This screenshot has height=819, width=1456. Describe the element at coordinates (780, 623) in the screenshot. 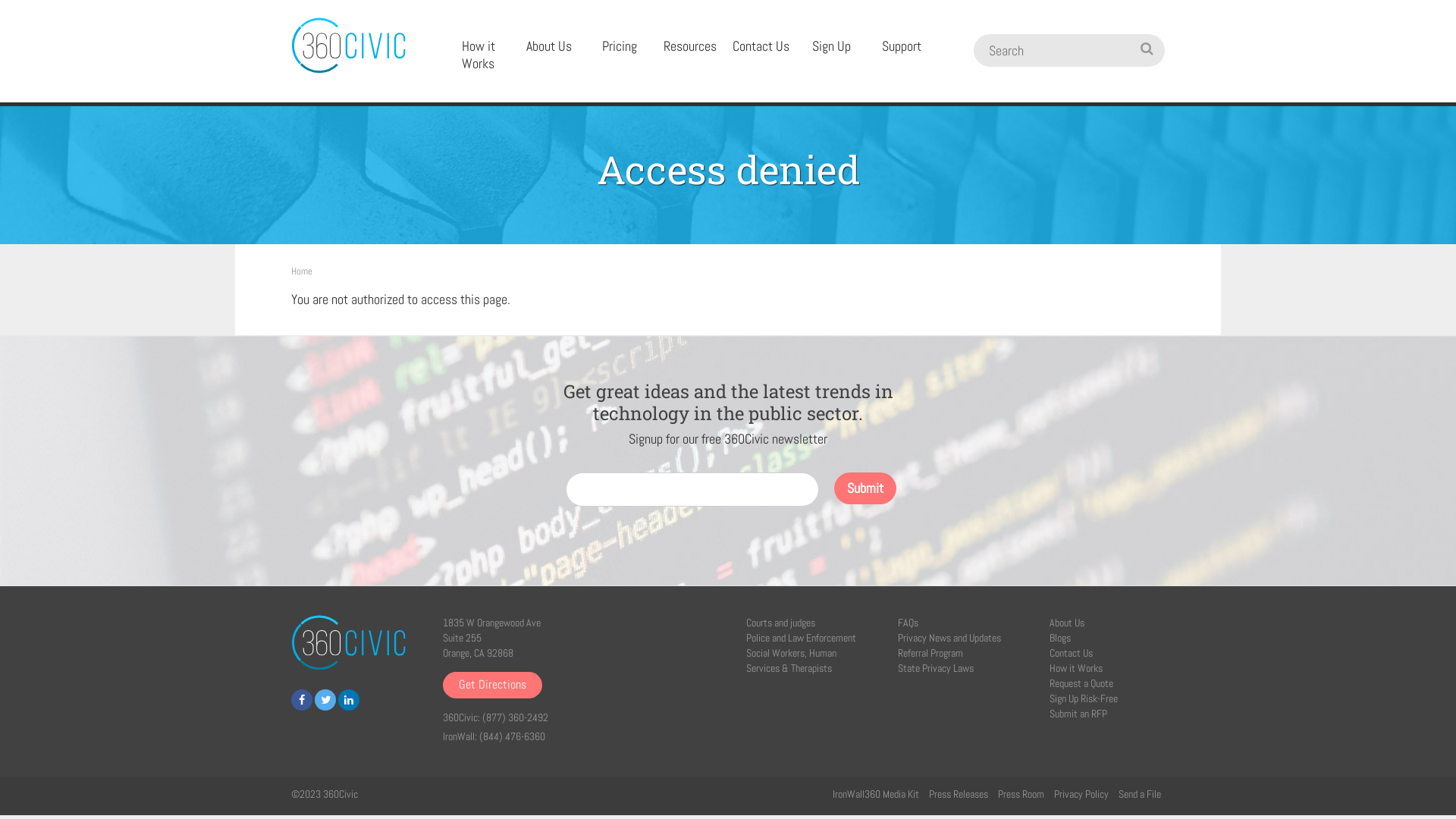

I see `'Courts and judges'` at that location.